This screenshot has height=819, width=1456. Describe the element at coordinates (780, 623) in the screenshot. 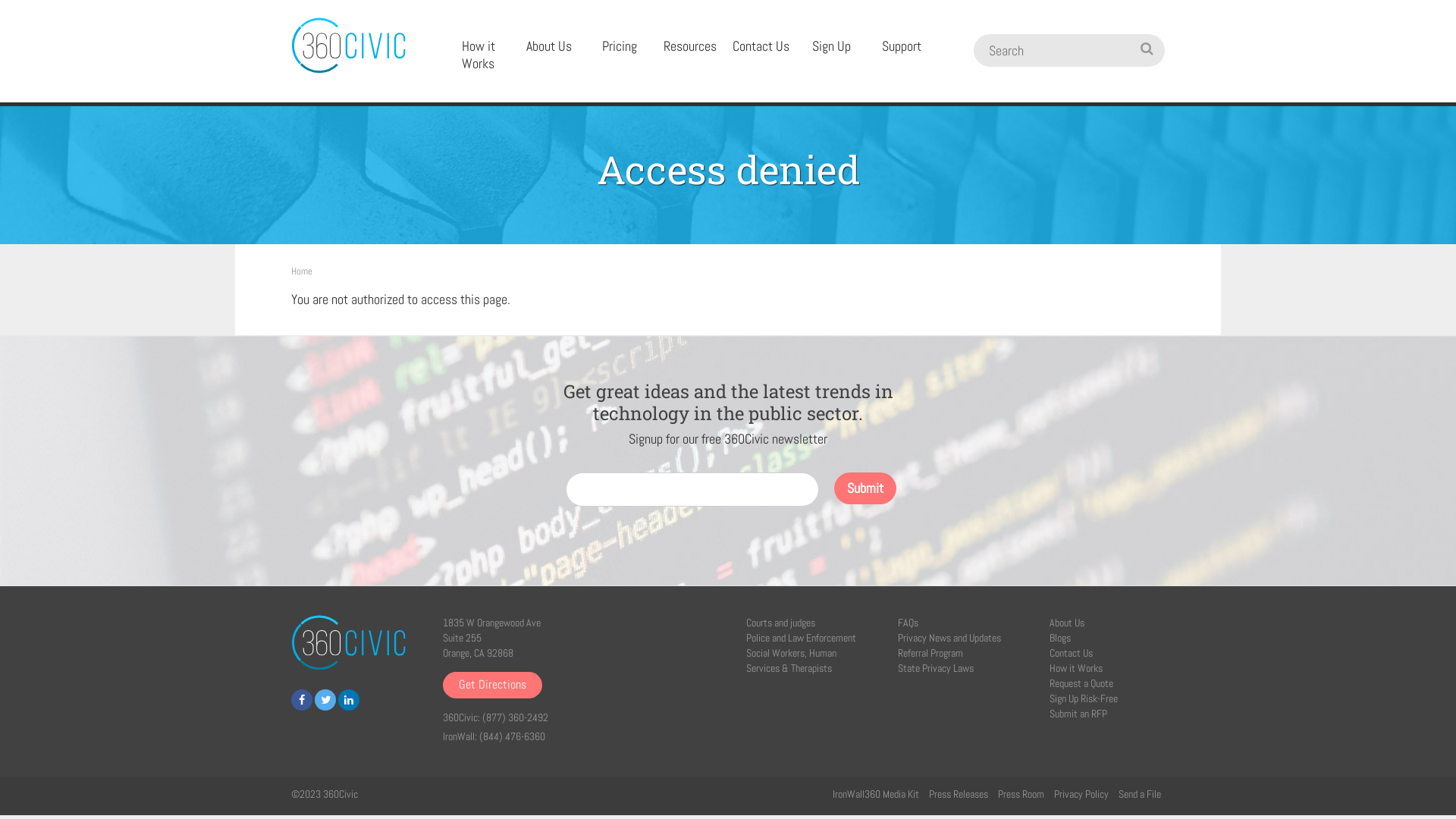

I see `'Courts and judges'` at that location.